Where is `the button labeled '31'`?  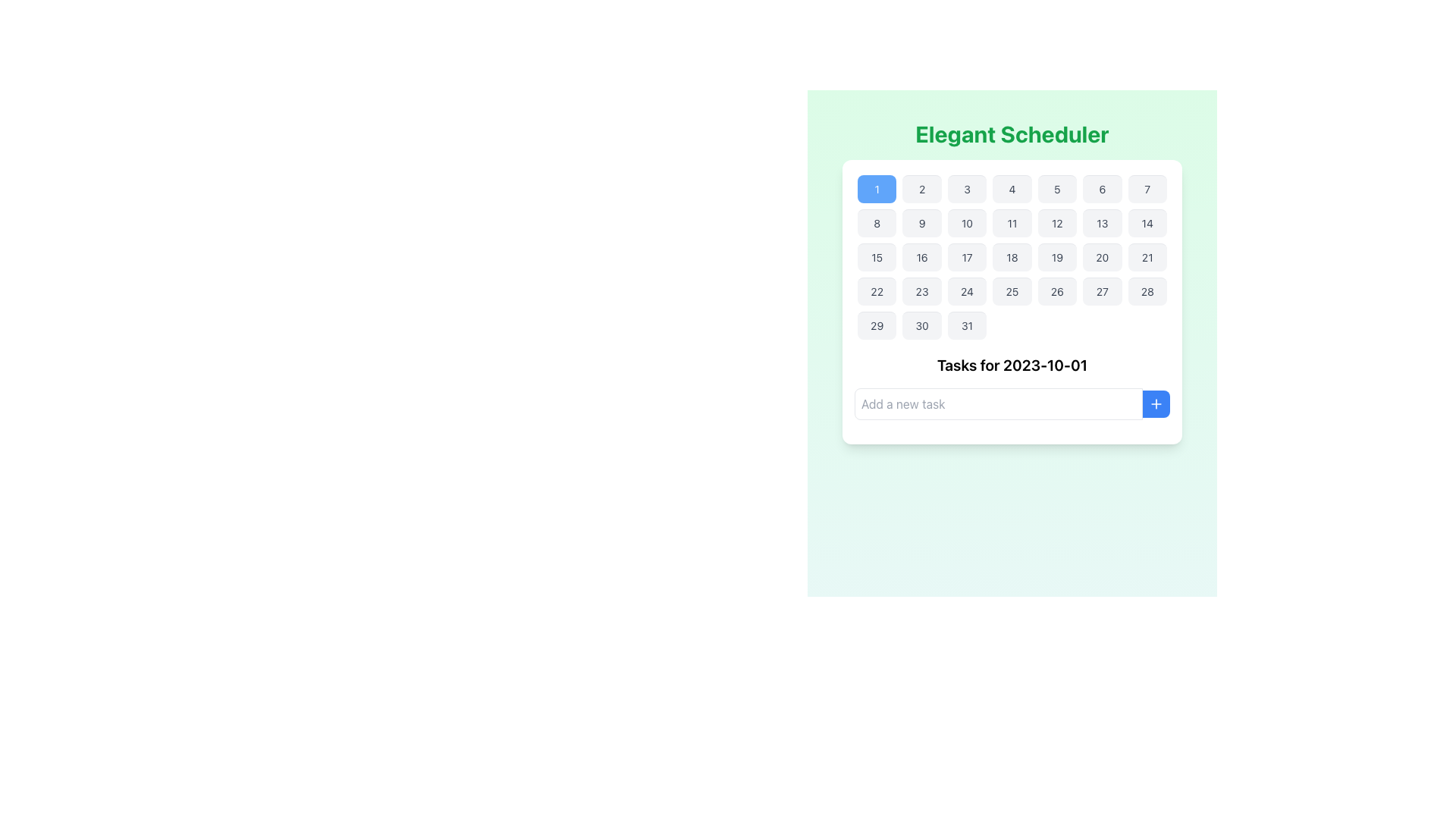
the button labeled '31' is located at coordinates (966, 325).